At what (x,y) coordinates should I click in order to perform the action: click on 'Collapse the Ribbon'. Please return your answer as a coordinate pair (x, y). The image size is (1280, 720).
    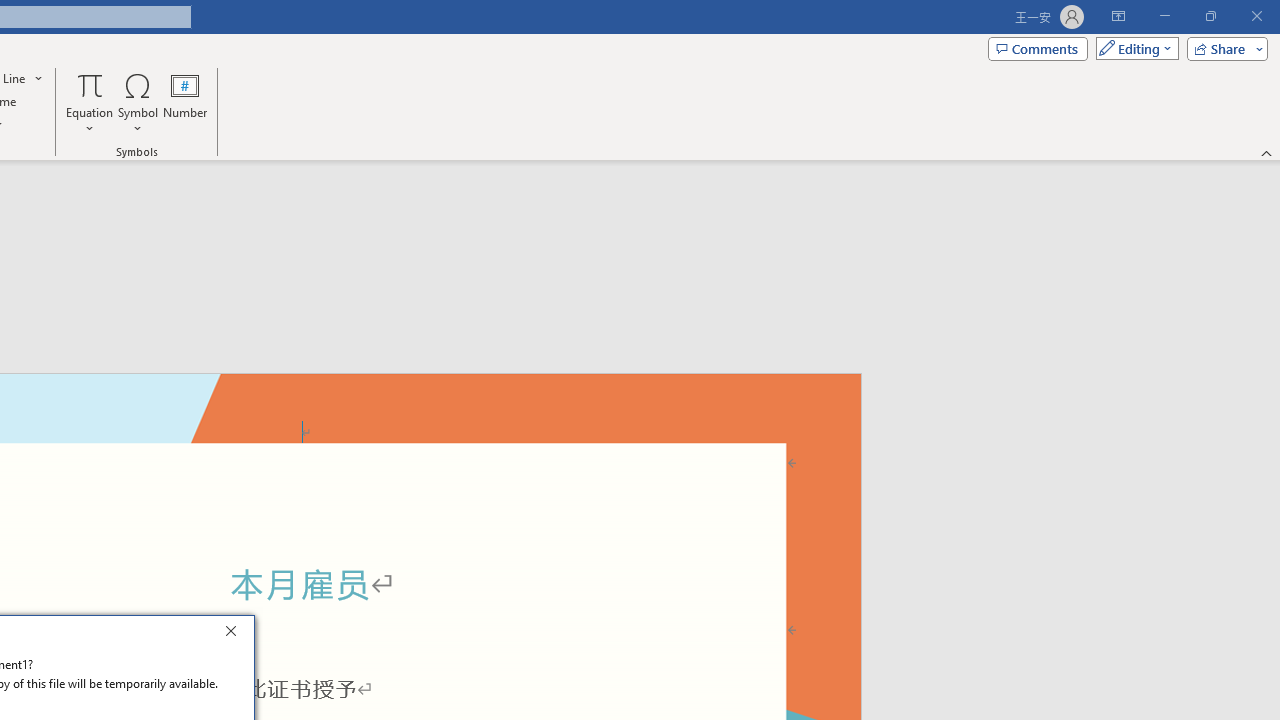
    Looking at the image, I should click on (1266, 152).